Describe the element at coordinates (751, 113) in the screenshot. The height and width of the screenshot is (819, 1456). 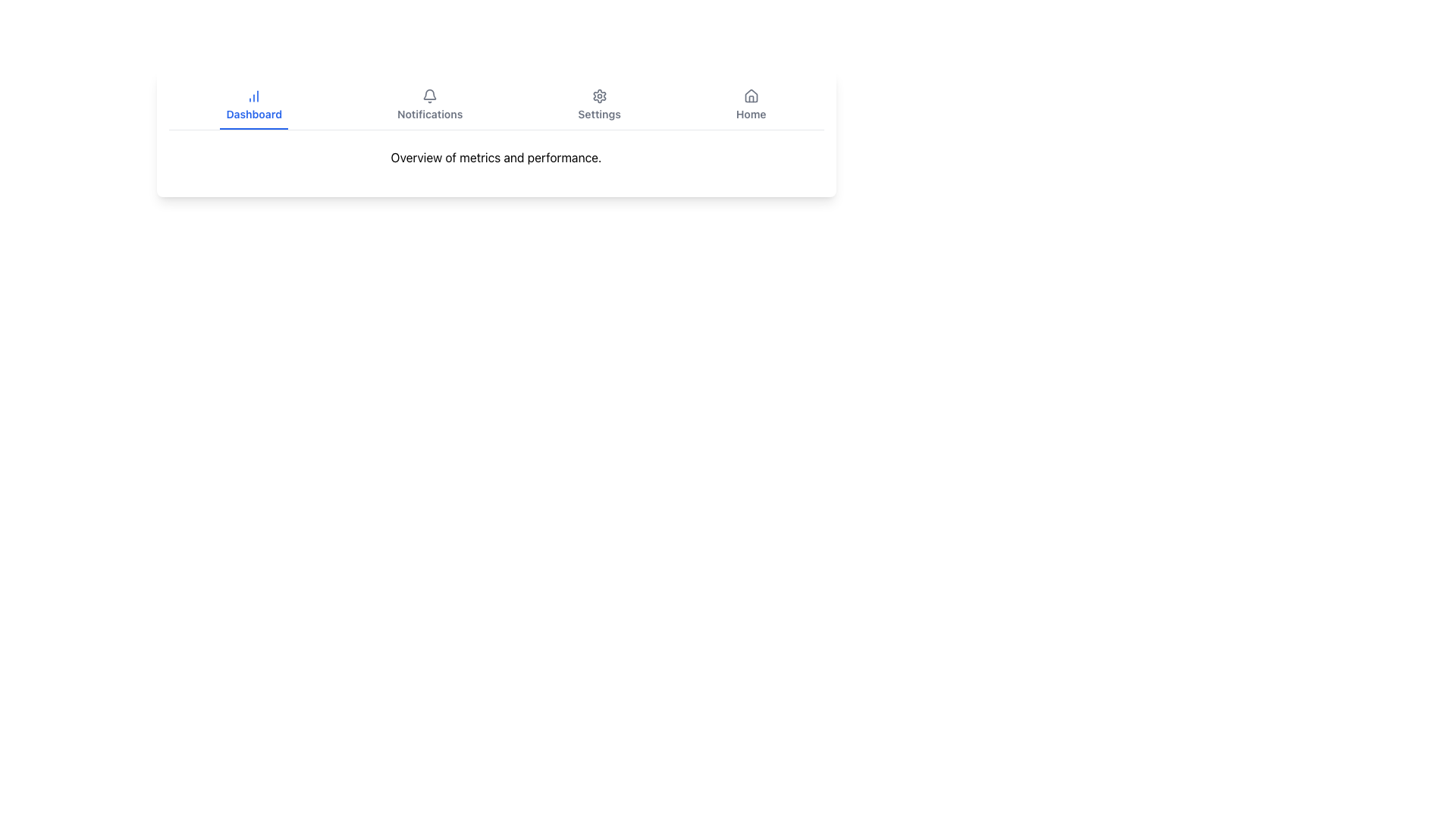
I see `the 'Home' text label in the navigation bar, which is bold and the last item among navigation options` at that location.